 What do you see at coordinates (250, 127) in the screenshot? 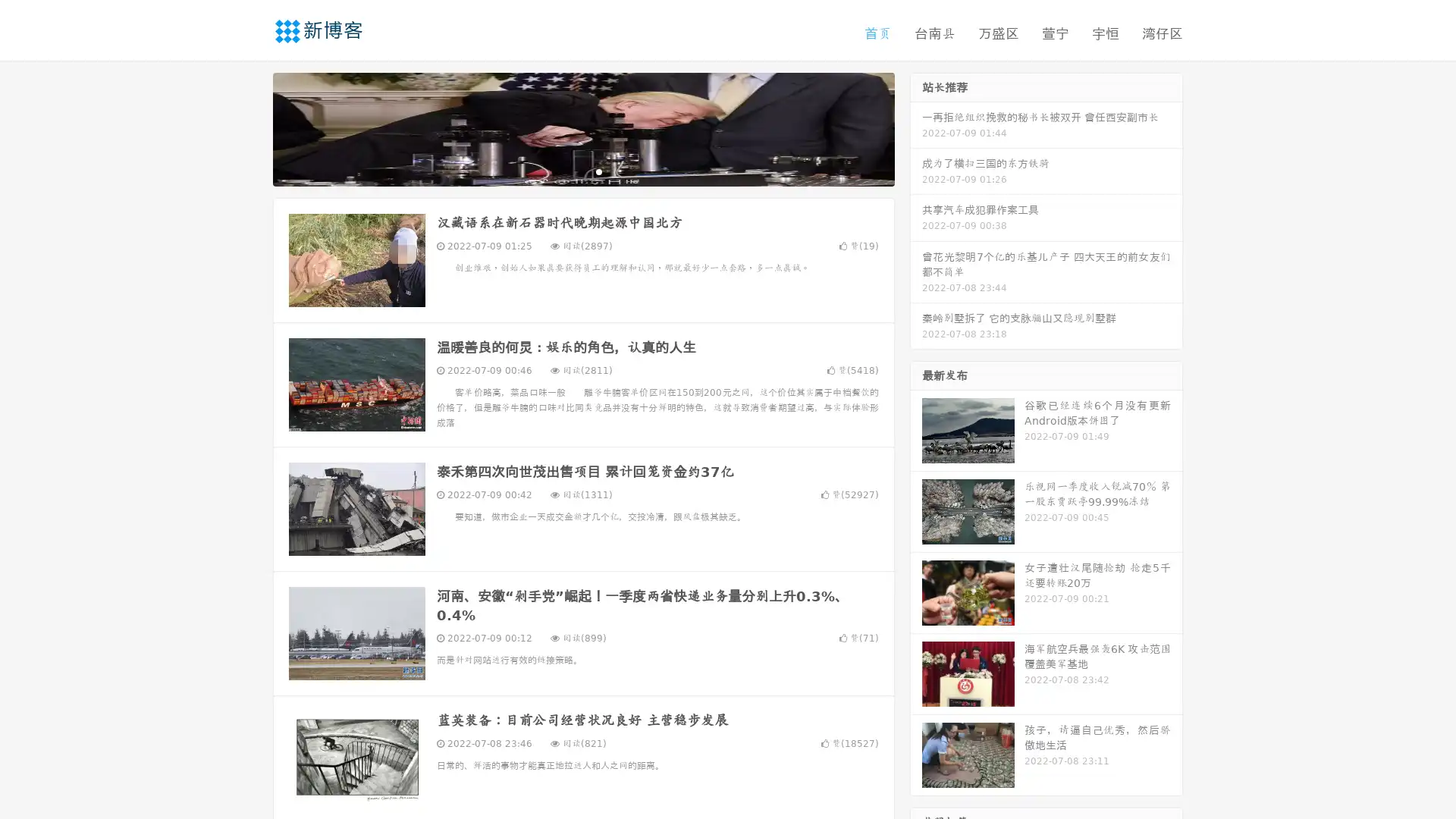
I see `Previous slide` at bounding box center [250, 127].